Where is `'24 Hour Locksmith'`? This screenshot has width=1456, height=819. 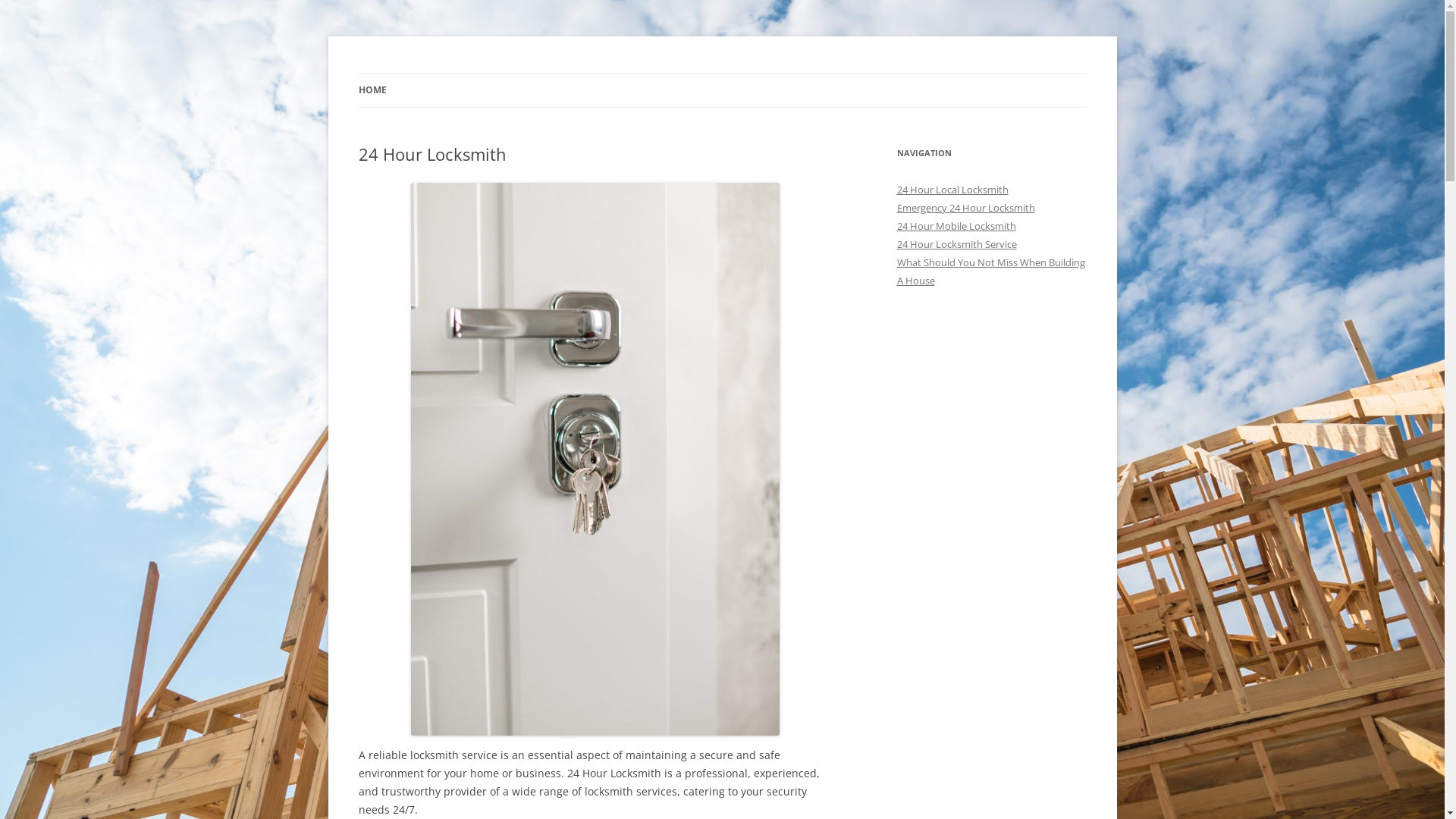 '24 Hour Locksmith' is located at coordinates (450, 73).